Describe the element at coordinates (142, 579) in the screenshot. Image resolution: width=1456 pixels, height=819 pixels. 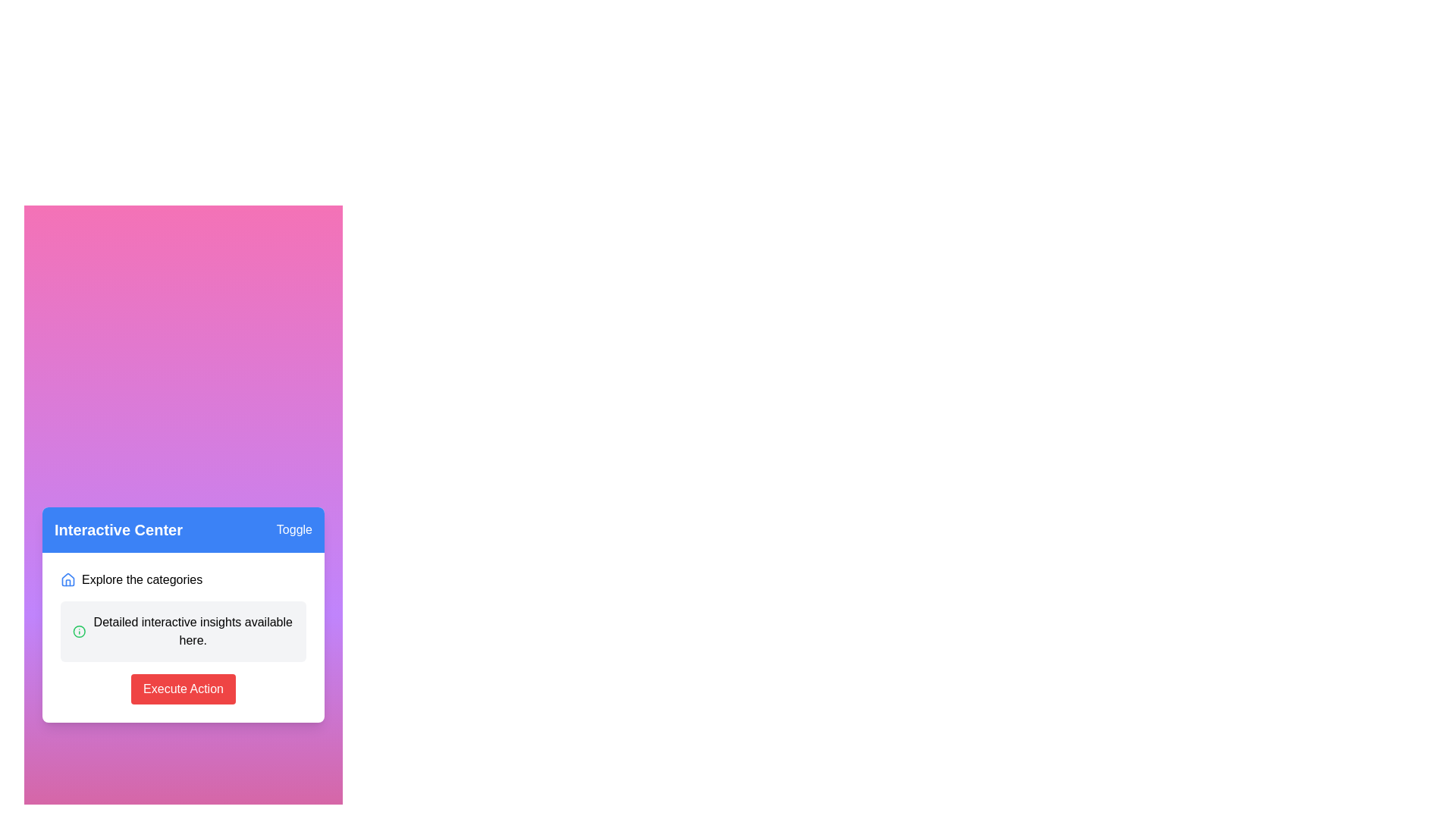
I see `the text label displaying 'Explore the categories', which is aligned to the right of a small house-shaped icon, located beneath the blue header labeled 'Interactive Center'` at that location.